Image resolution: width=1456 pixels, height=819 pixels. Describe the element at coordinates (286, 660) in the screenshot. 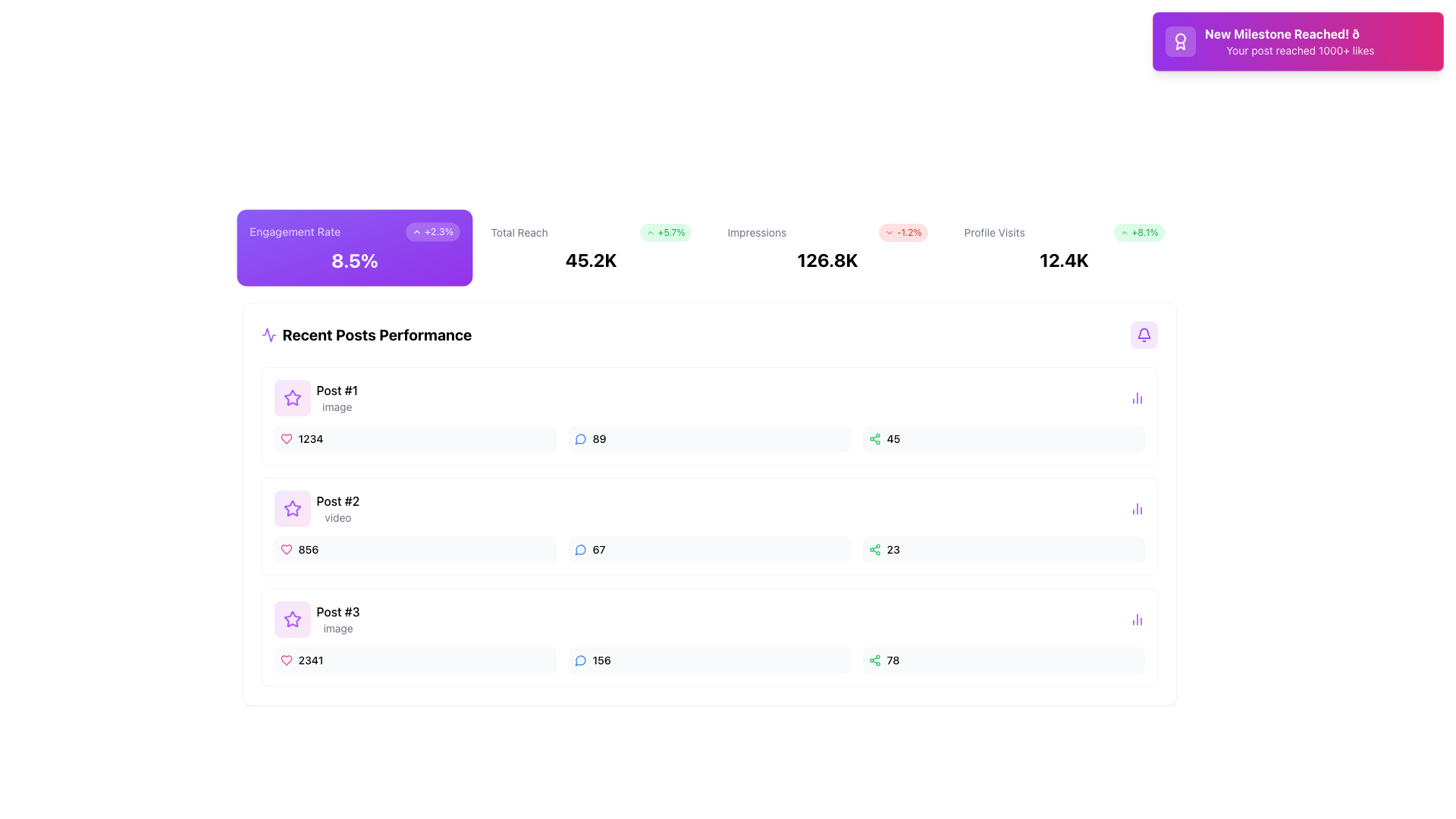

I see `the heart icon in the third row of the 'Recent Posts Performance' section, located directly to the left of the number '2341', to signify a like or favorite action` at that location.